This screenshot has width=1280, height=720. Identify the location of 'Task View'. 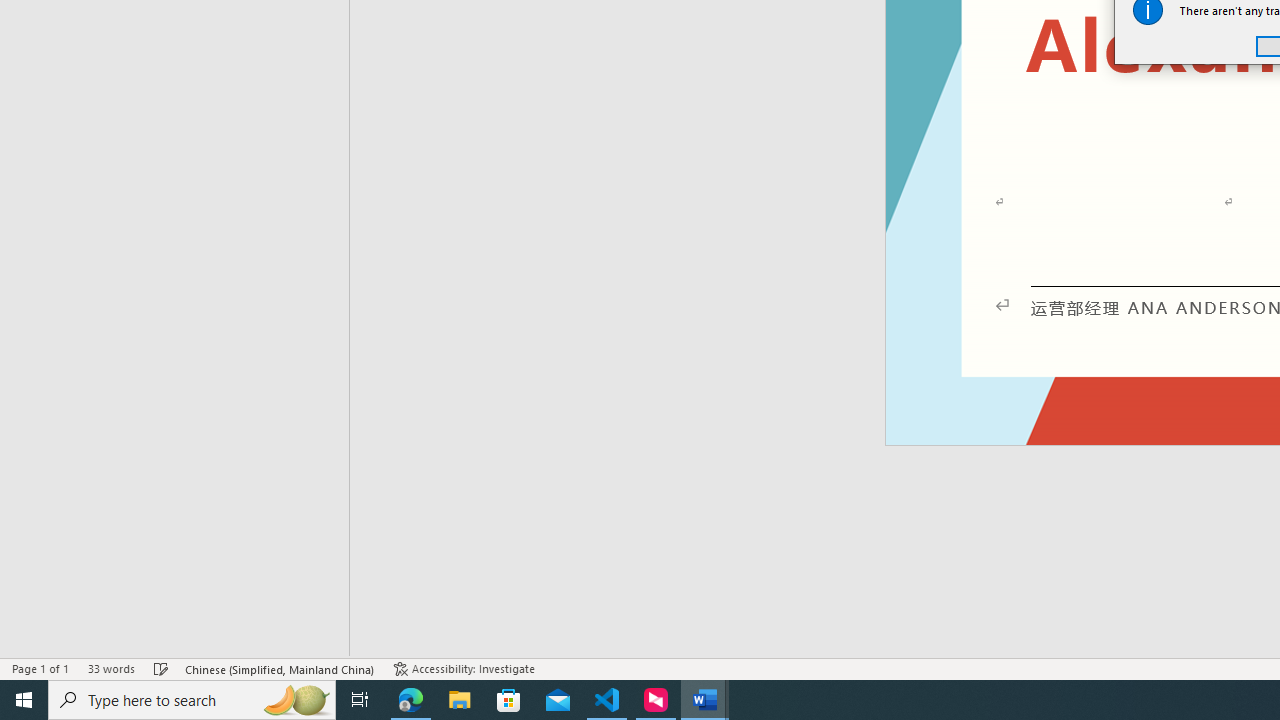
(359, 698).